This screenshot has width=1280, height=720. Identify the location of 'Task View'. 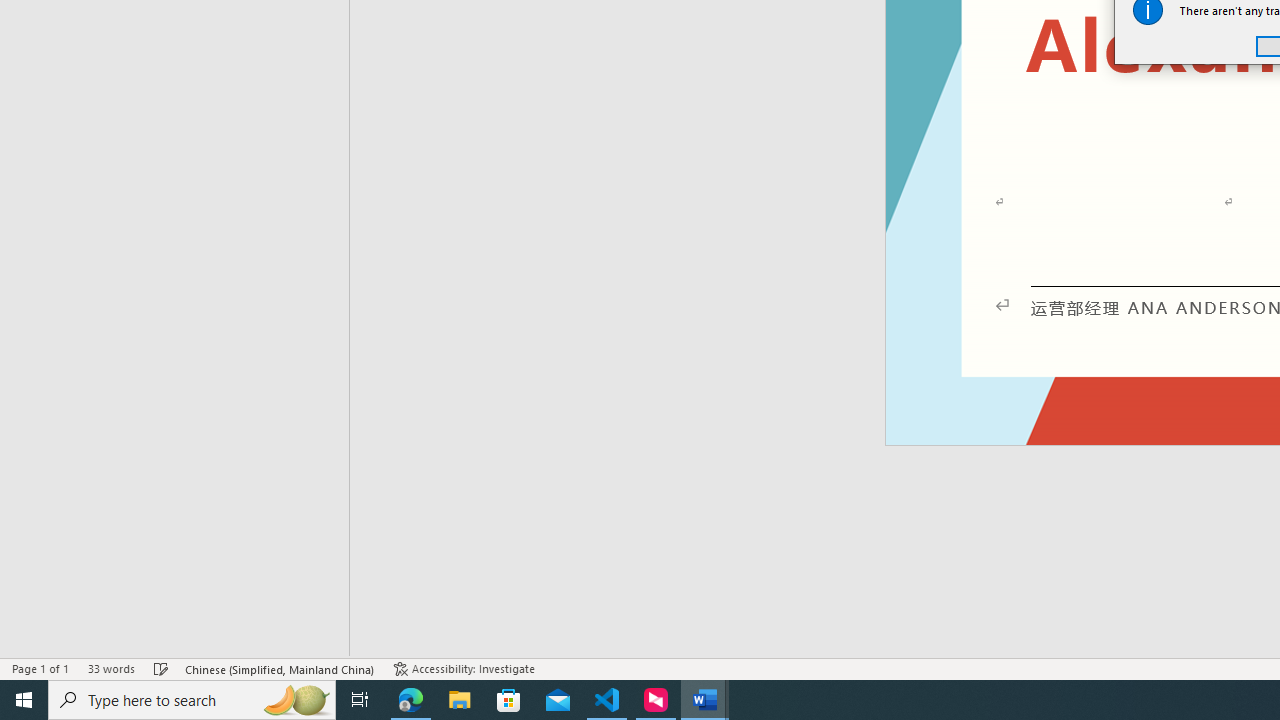
(359, 698).